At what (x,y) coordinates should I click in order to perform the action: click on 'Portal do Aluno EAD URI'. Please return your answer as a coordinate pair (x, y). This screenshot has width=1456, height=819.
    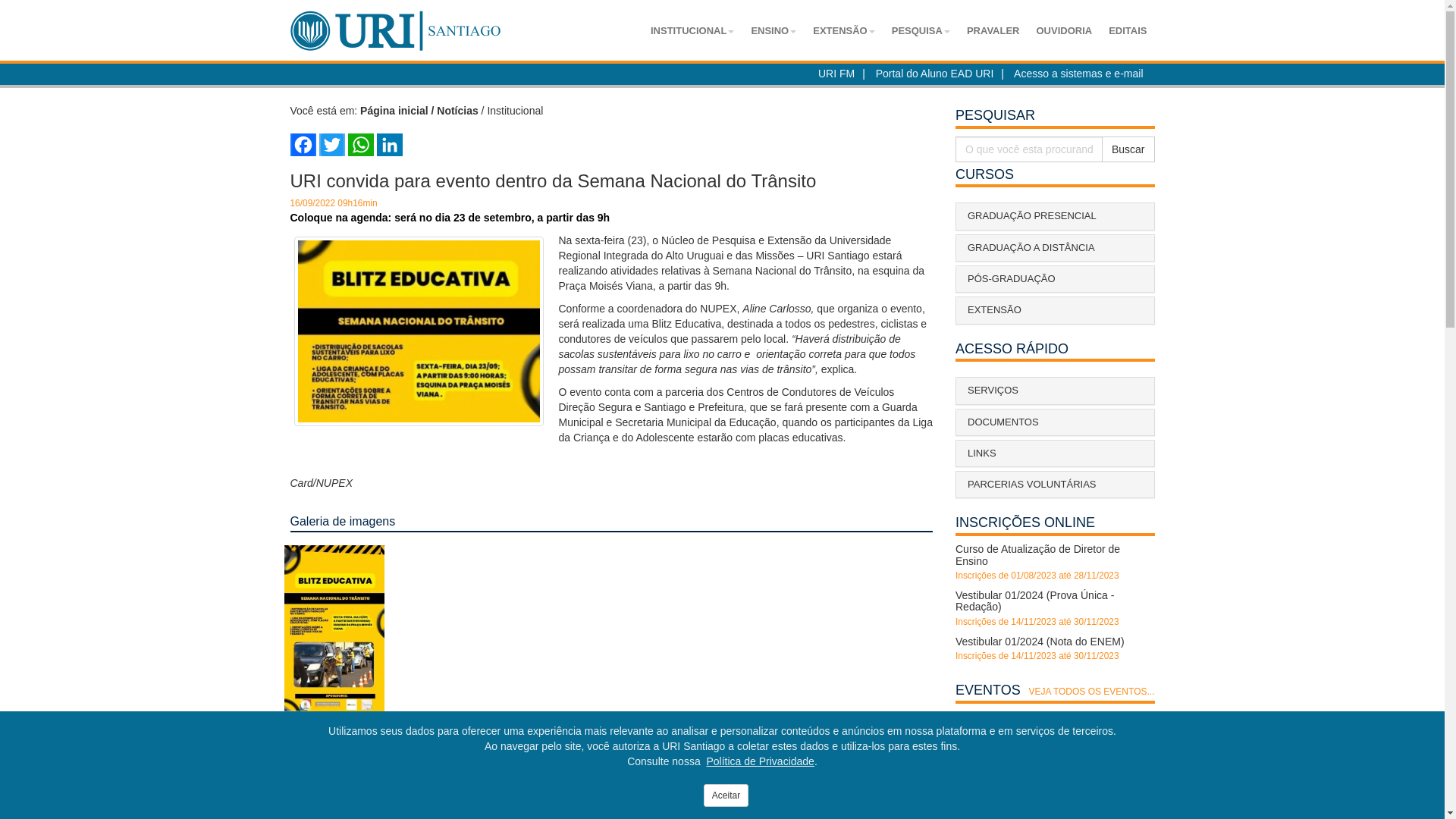
    Looking at the image, I should click on (934, 73).